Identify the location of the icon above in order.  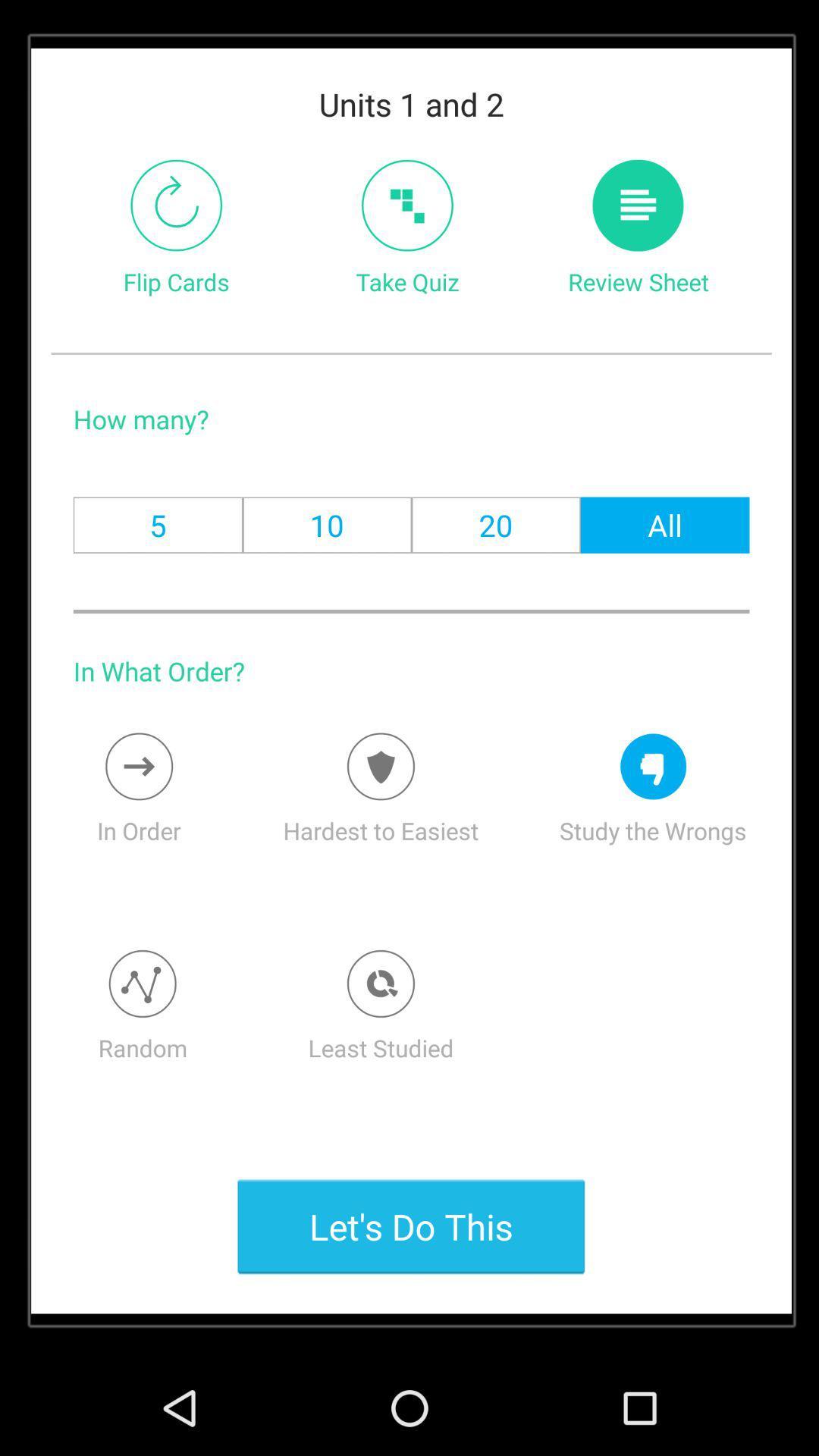
(139, 767).